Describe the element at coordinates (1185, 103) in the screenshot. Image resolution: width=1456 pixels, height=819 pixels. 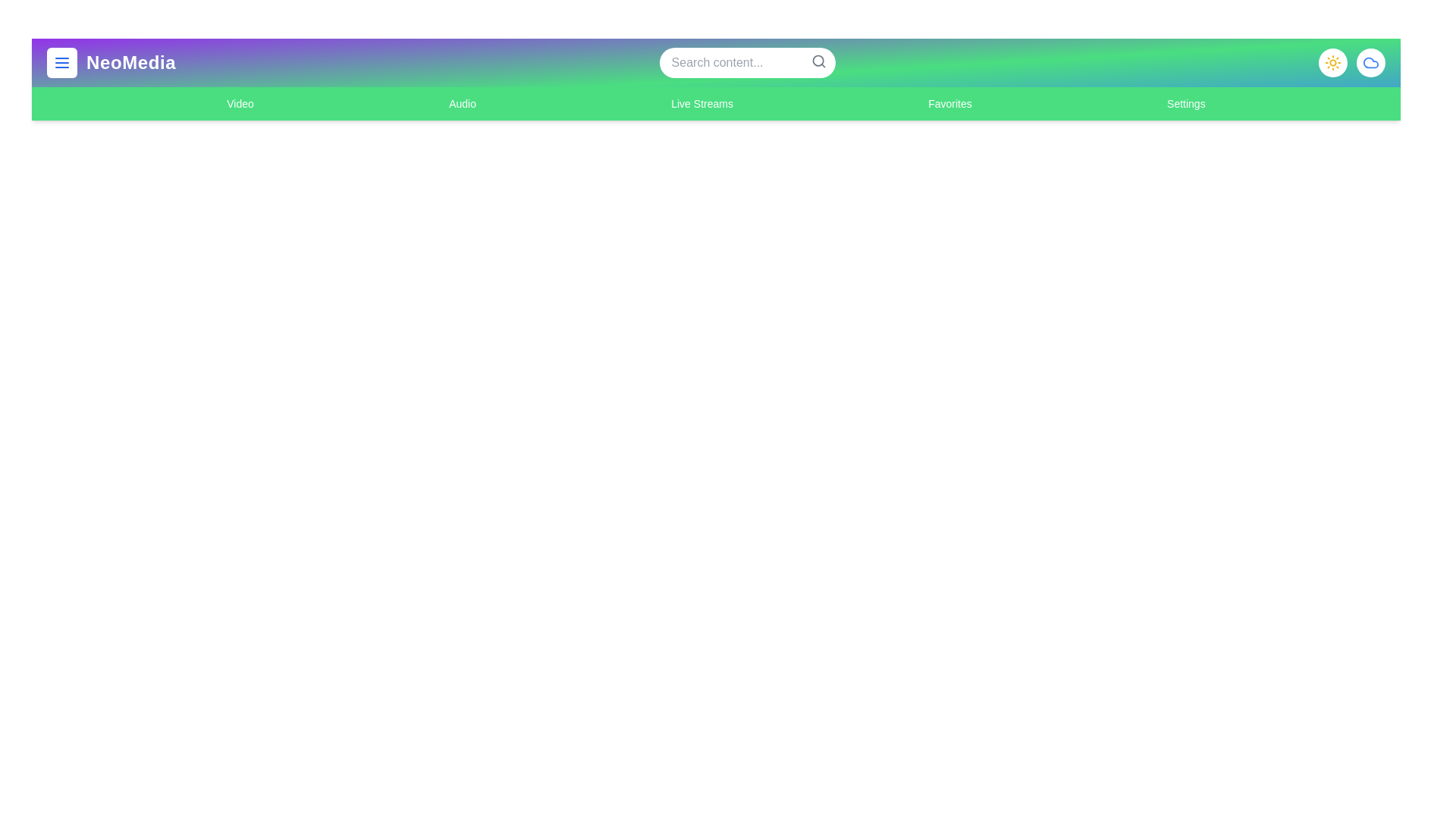
I see `the navigation link for Settings to switch to that section` at that location.